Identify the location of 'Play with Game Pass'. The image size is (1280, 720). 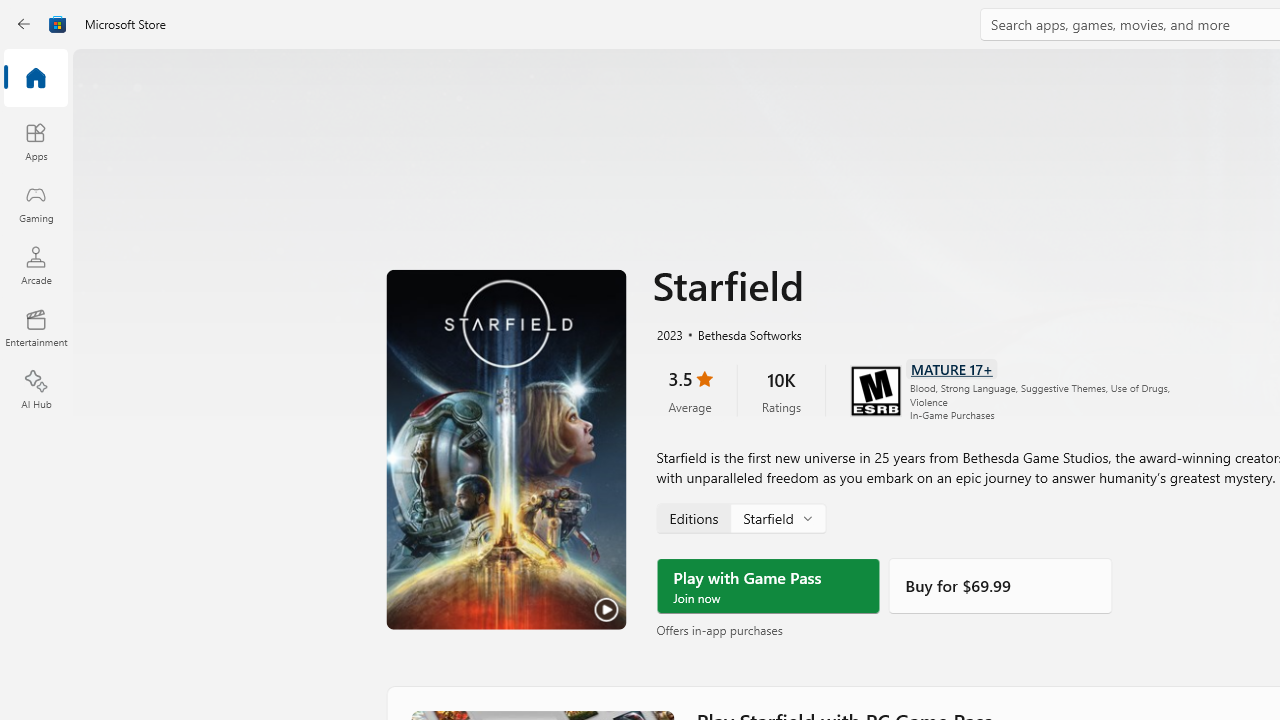
(767, 585).